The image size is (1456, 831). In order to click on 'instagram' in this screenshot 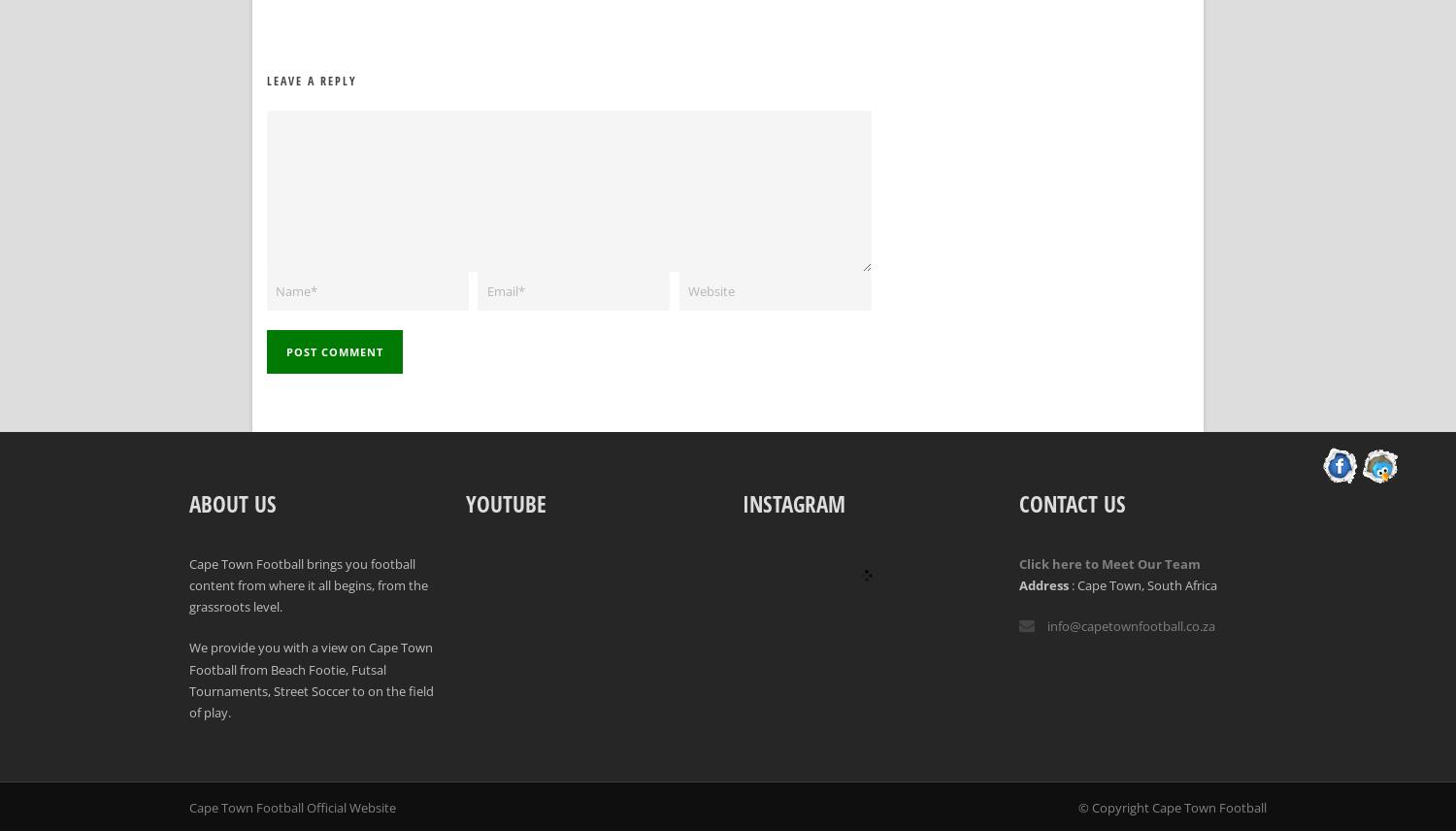, I will do `click(792, 503)`.